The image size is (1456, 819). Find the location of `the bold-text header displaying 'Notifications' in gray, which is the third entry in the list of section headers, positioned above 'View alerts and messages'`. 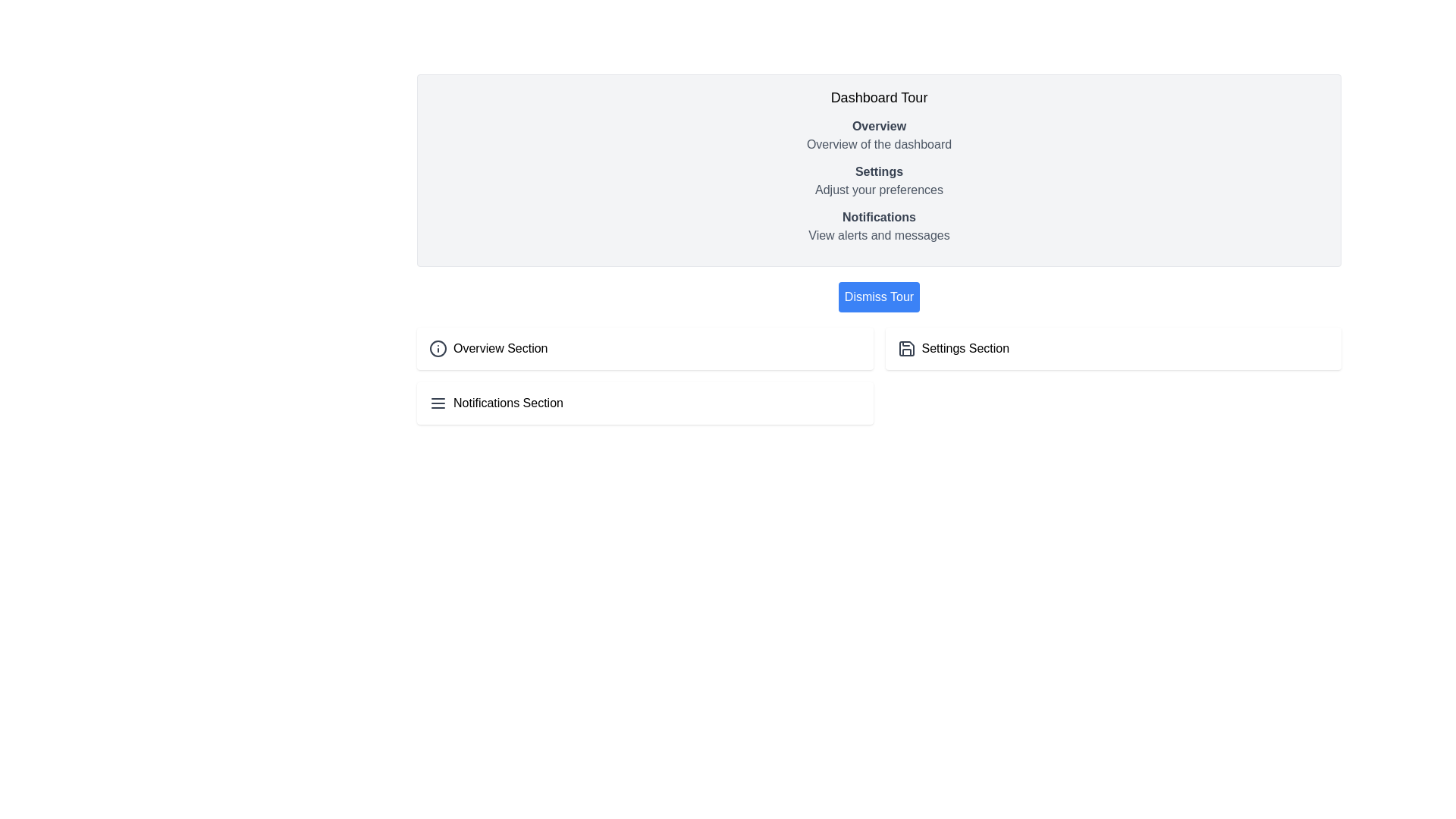

the bold-text header displaying 'Notifications' in gray, which is the third entry in the list of section headers, positioned above 'View alerts and messages' is located at coordinates (879, 217).